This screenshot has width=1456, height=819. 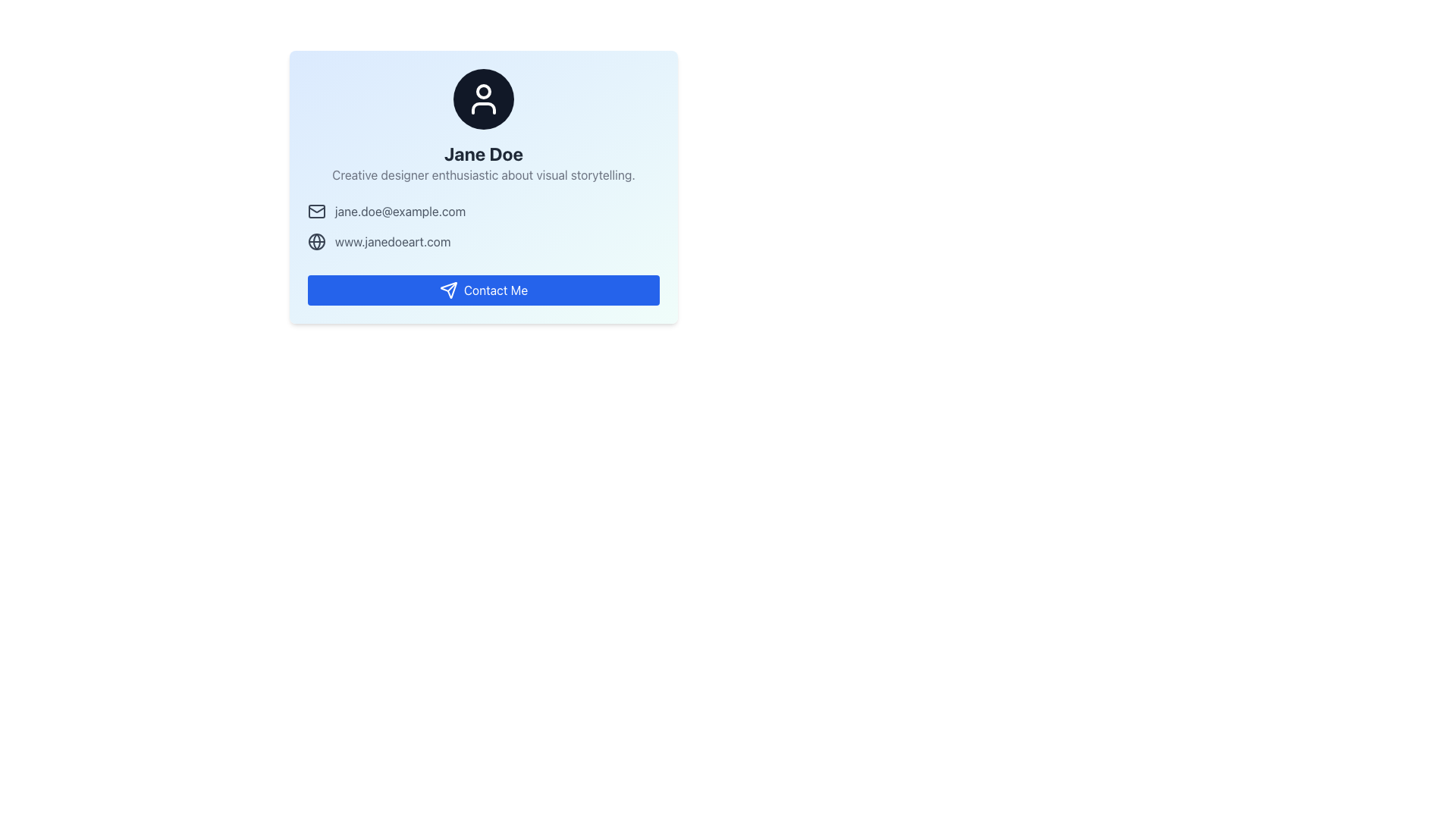 I want to click on the Profile Information Component located in the center-top section of the card, so click(x=483, y=125).